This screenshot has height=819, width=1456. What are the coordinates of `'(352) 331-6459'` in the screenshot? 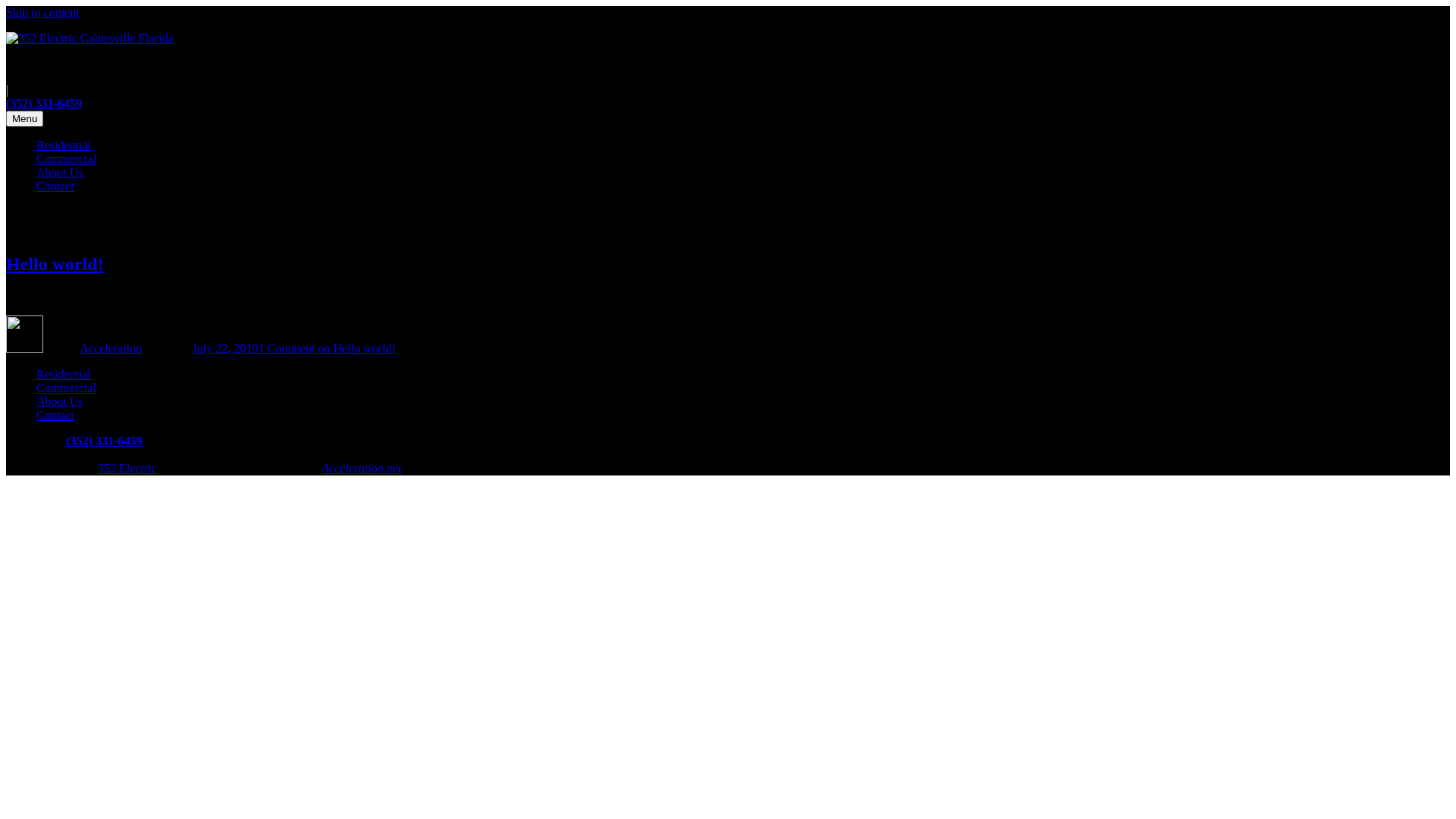 It's located at (43, 102).